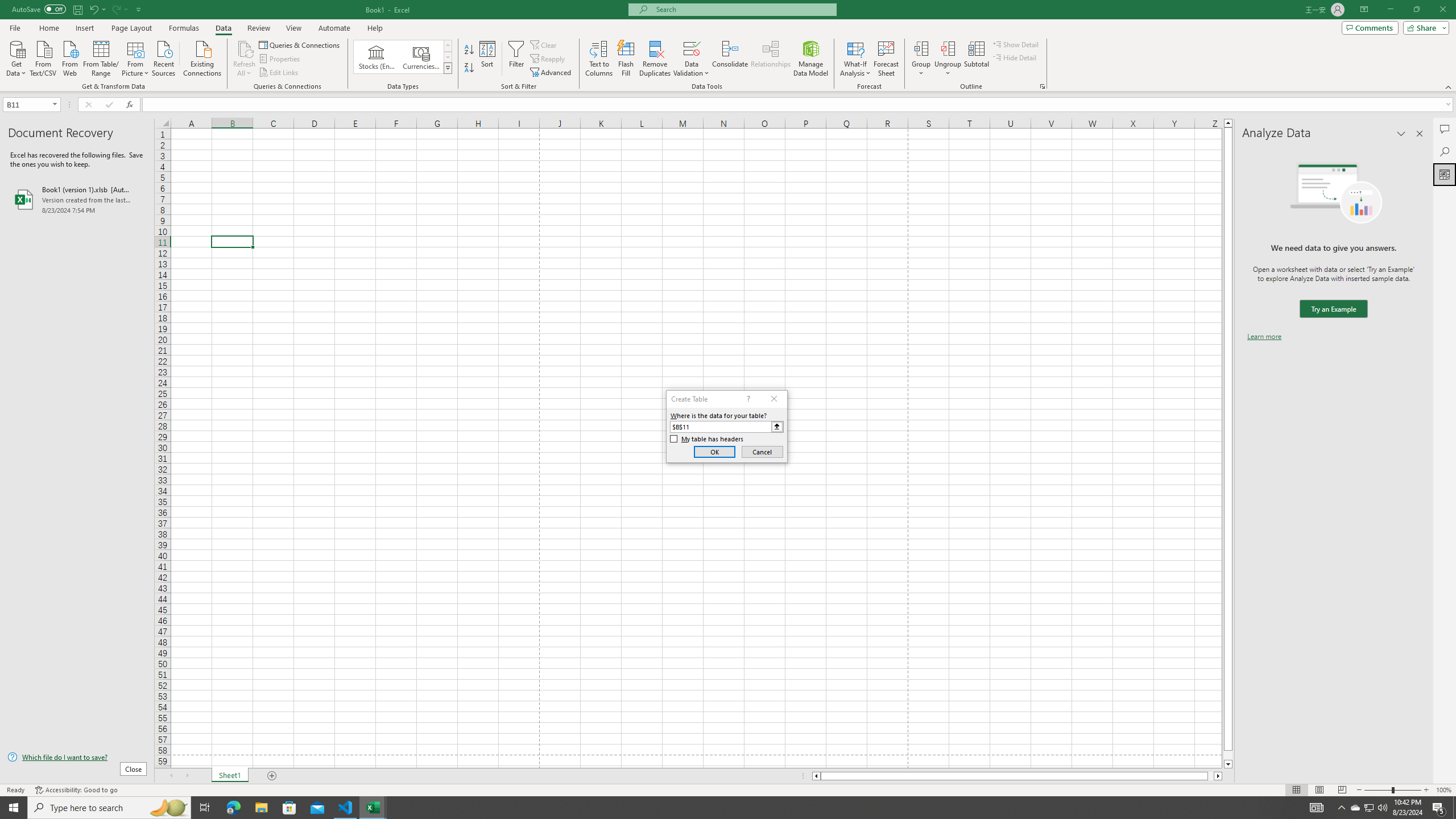  Describe the element at coordinates (136, 57) in the screenshot. I see `'From Picture'` at that location.